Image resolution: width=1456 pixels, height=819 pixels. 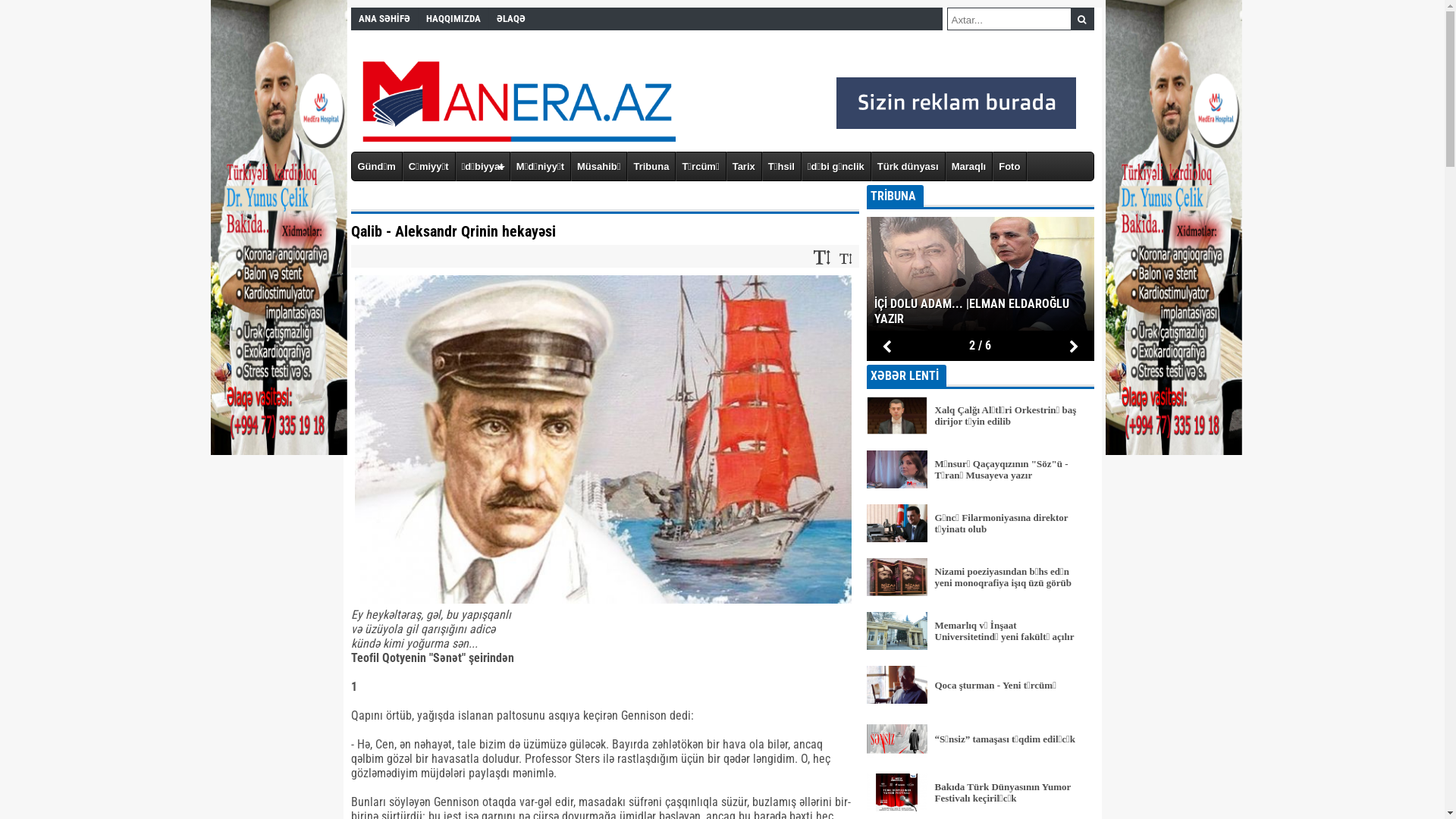 I want to click on 'Tribuna', so click(x=651, y=166).